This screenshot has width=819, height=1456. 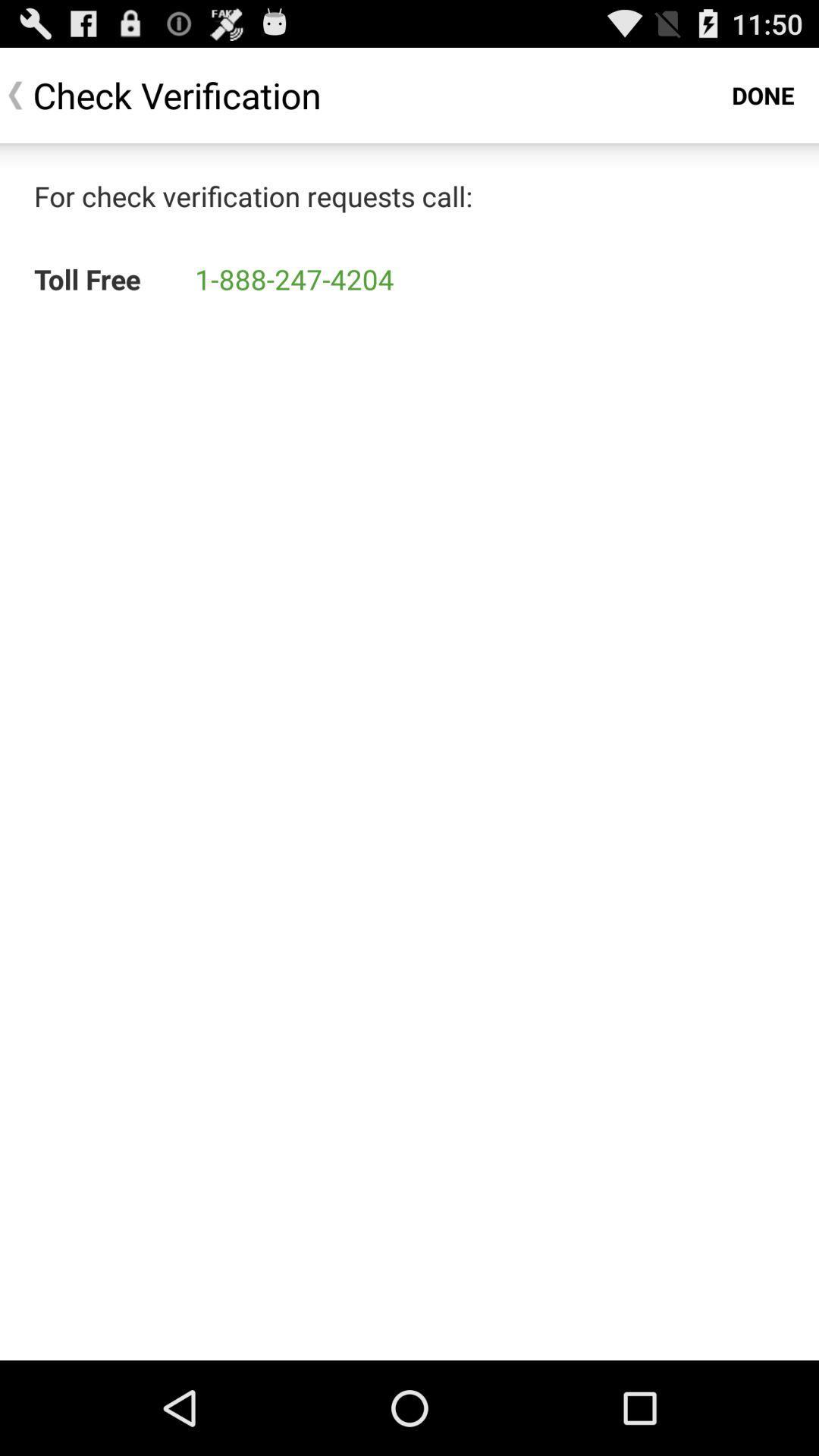 What do you see at coordinates (763, 94) in the screenshot?
I see `item to the right of check verification item` at bounding box center [763, 94].